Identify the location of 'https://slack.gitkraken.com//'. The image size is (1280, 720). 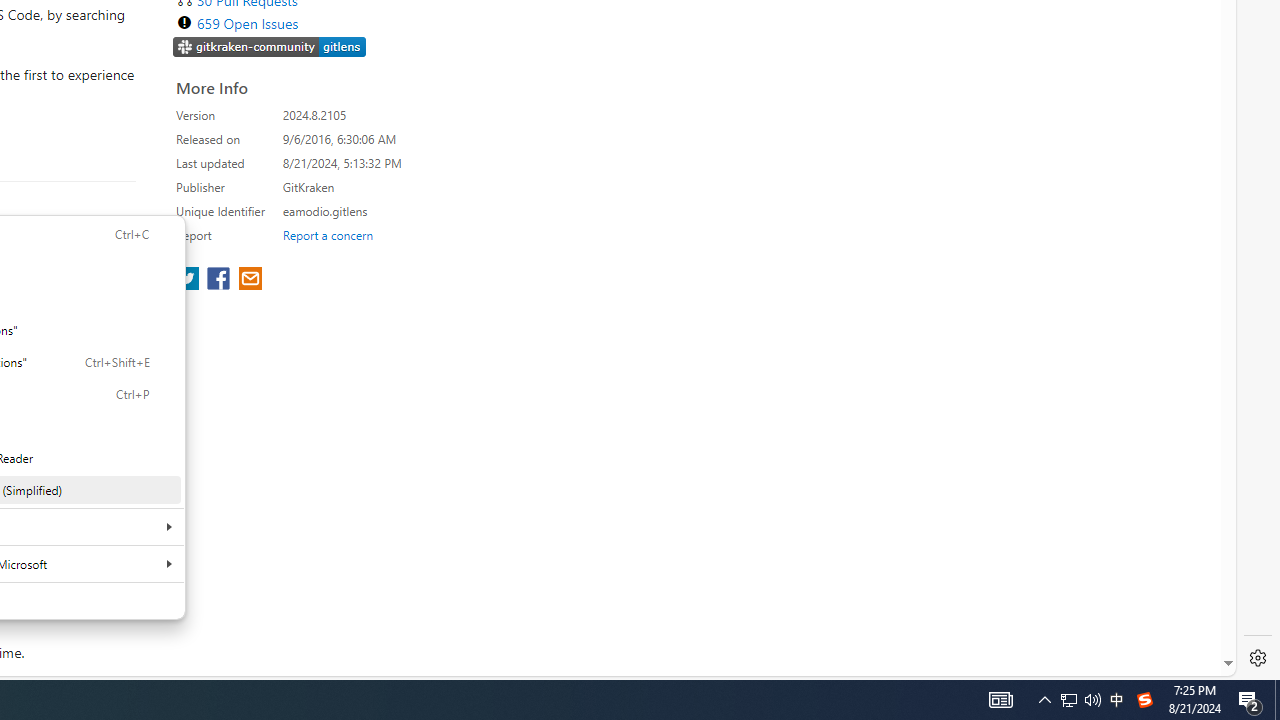
(269, 45).